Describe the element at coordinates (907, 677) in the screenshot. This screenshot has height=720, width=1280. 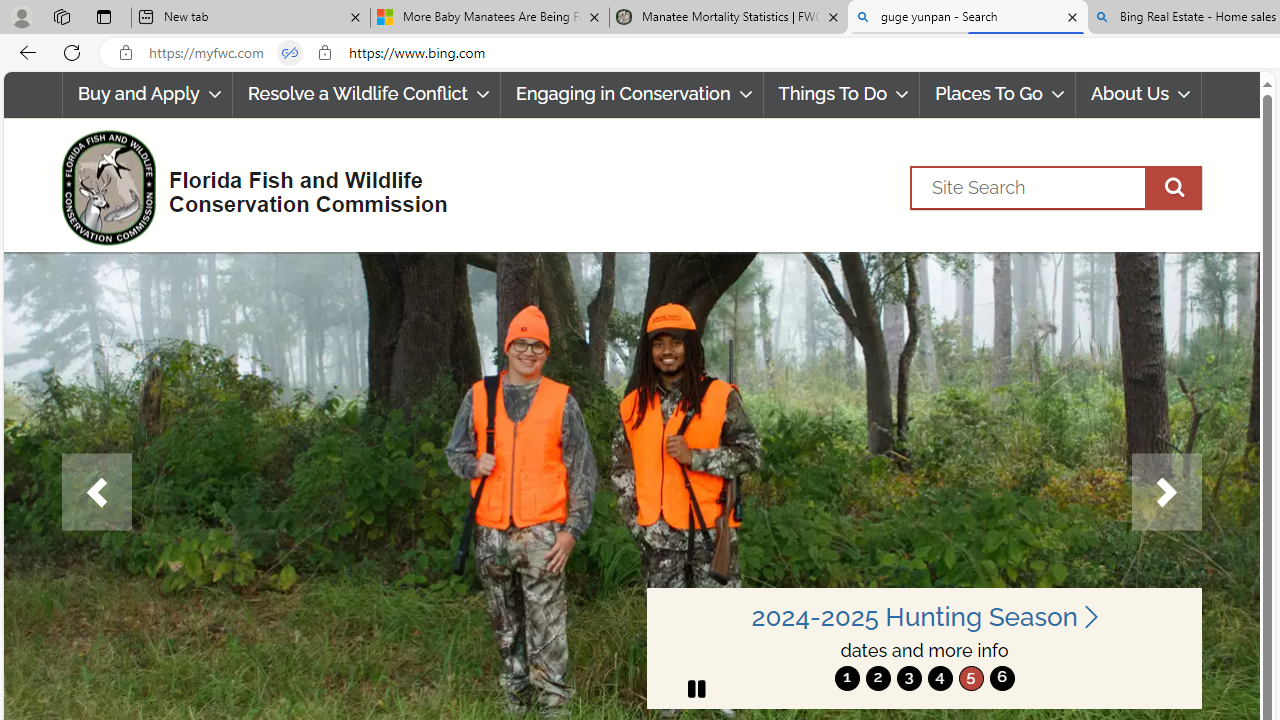
I see `'move to slide 3'` at that location.